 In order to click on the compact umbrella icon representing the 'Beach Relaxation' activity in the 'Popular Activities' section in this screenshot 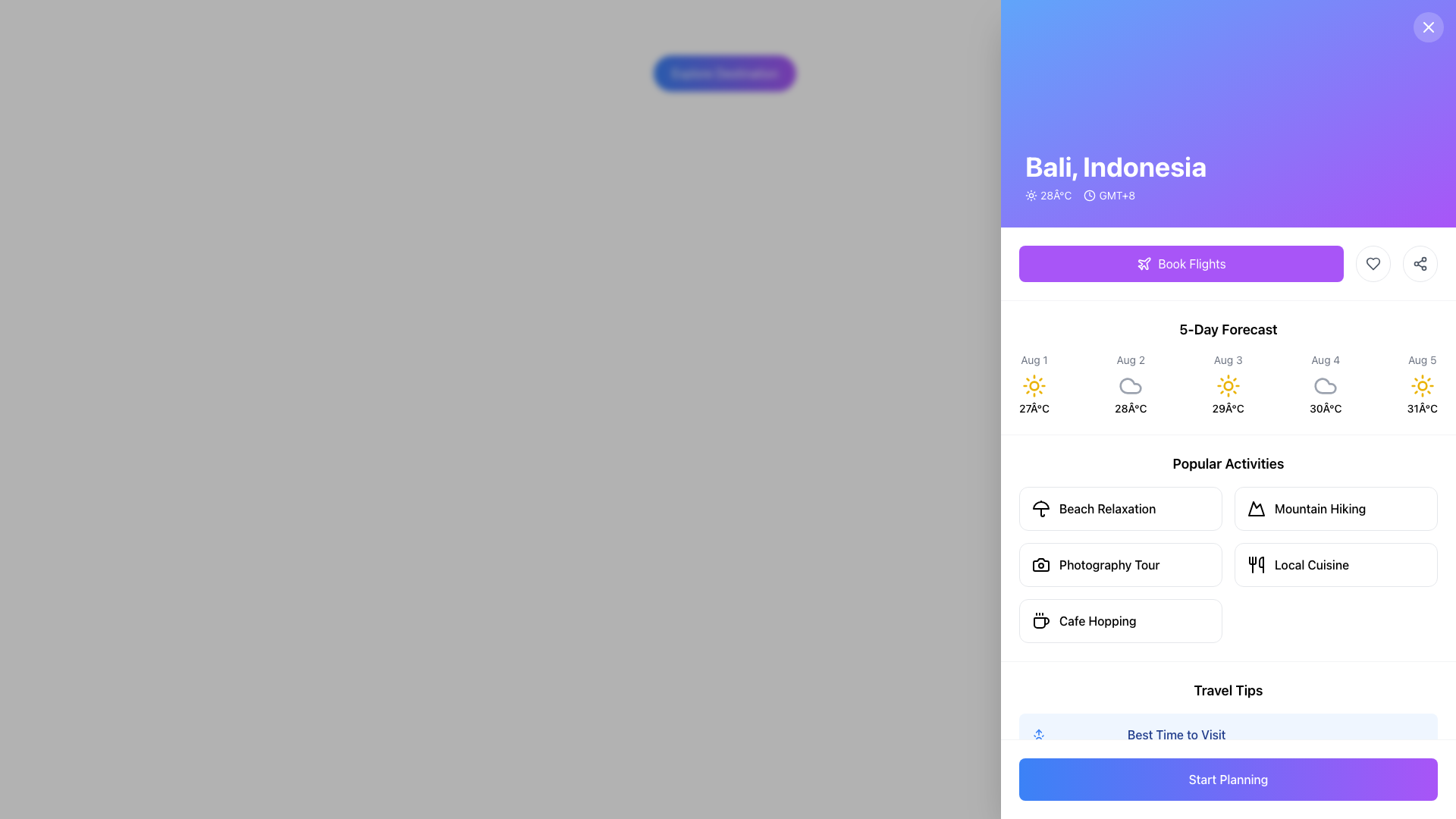, I will do `click(1040, 509)`.